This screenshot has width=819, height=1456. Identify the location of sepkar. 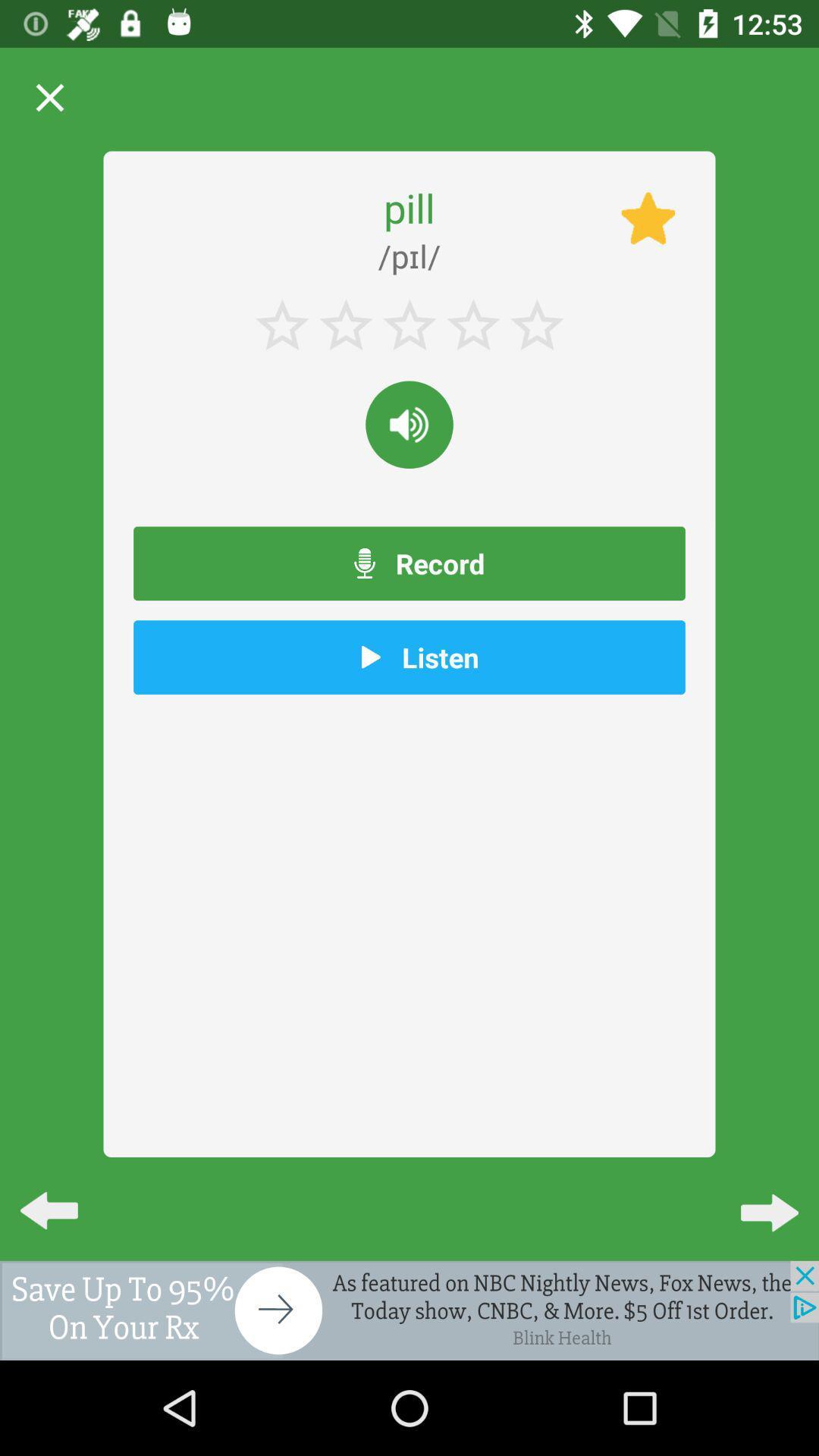
(409, 425).